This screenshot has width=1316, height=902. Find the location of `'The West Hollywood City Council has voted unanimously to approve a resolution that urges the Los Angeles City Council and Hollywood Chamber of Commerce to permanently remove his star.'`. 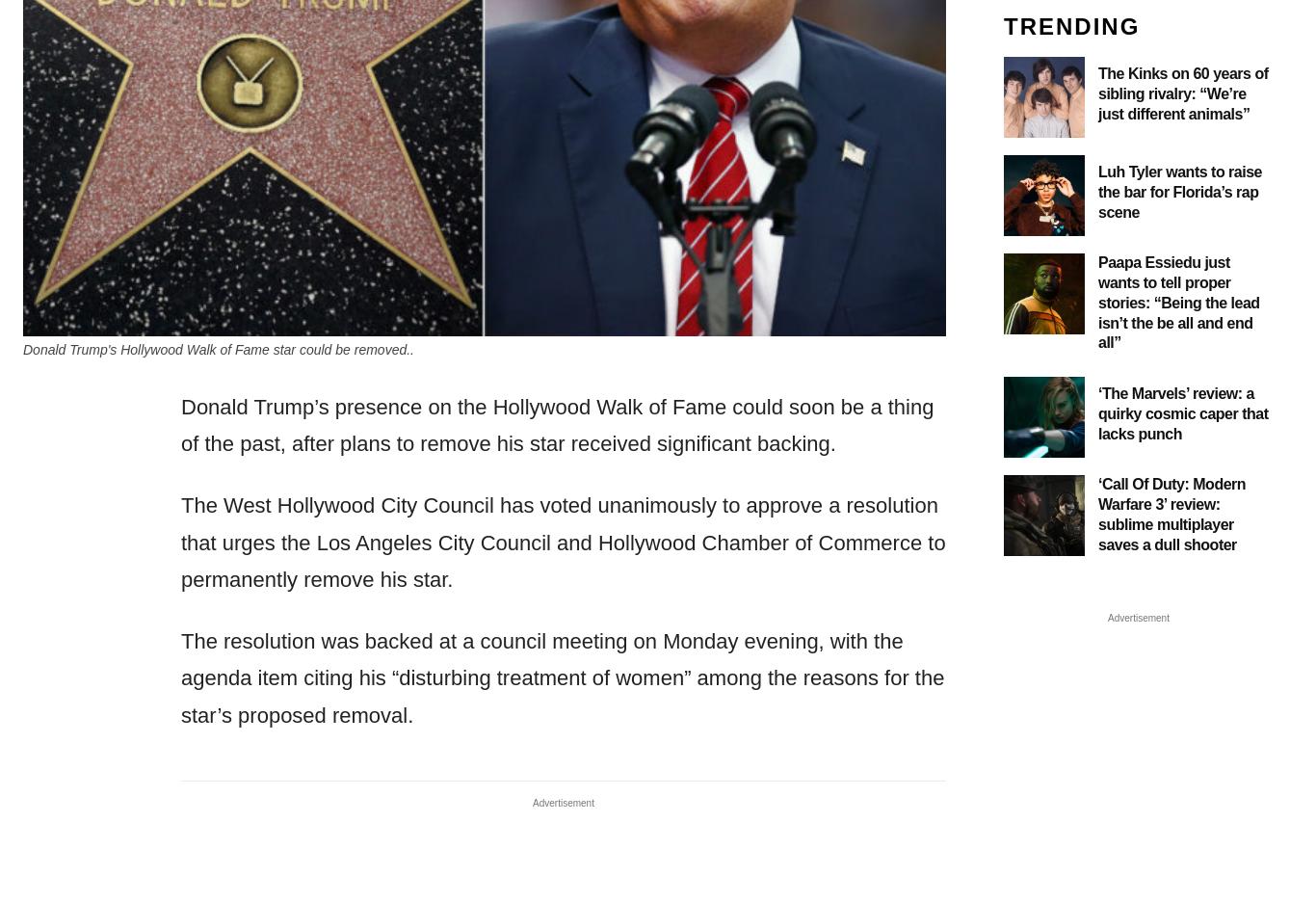

'The West Hollywood City Council has voted unanimously to approve a resolution that urges the Los Angeles City Council and Hollywood Chamber of Commerce to permanently remove his star.' is located at coordinates (562, 541).